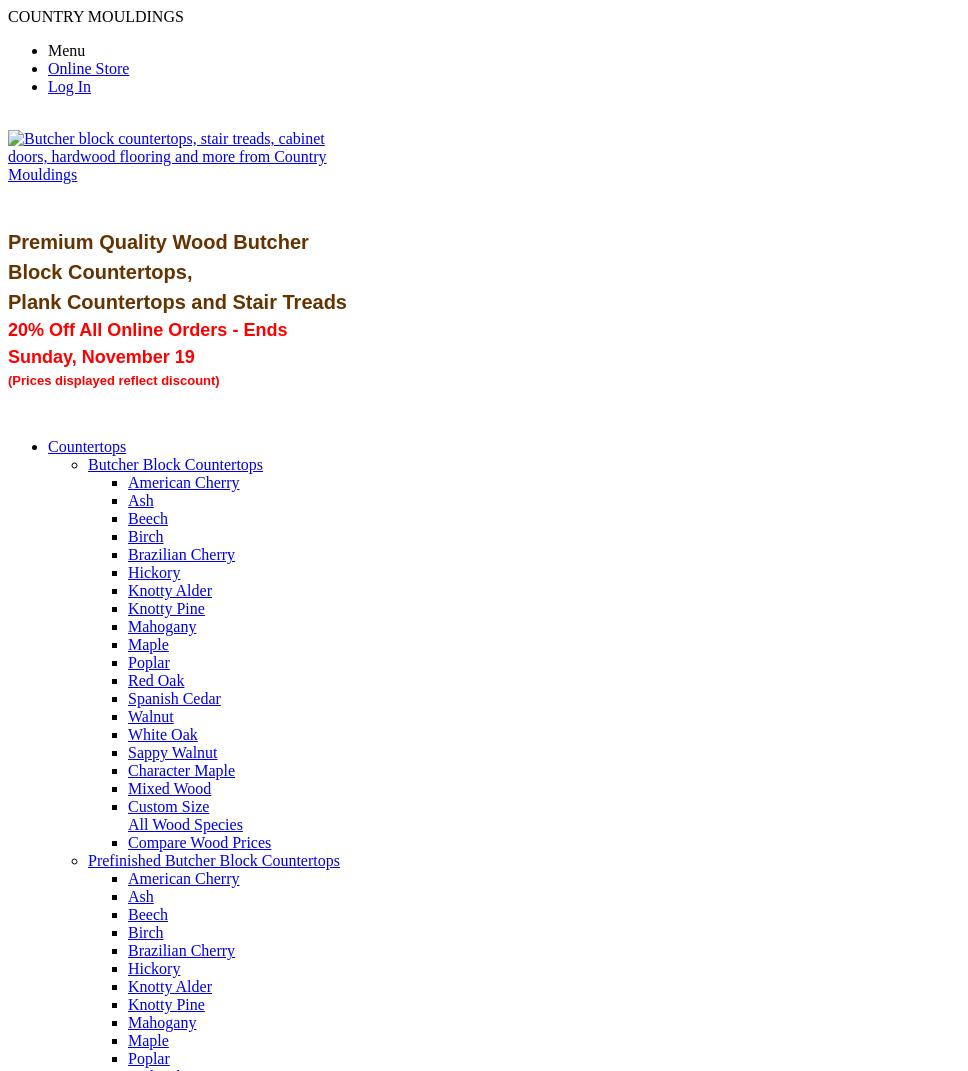  Describe the element at coordinates (95, 15) in the screenshot. I see `'COUNTRY MOULDINGS'` at that location.